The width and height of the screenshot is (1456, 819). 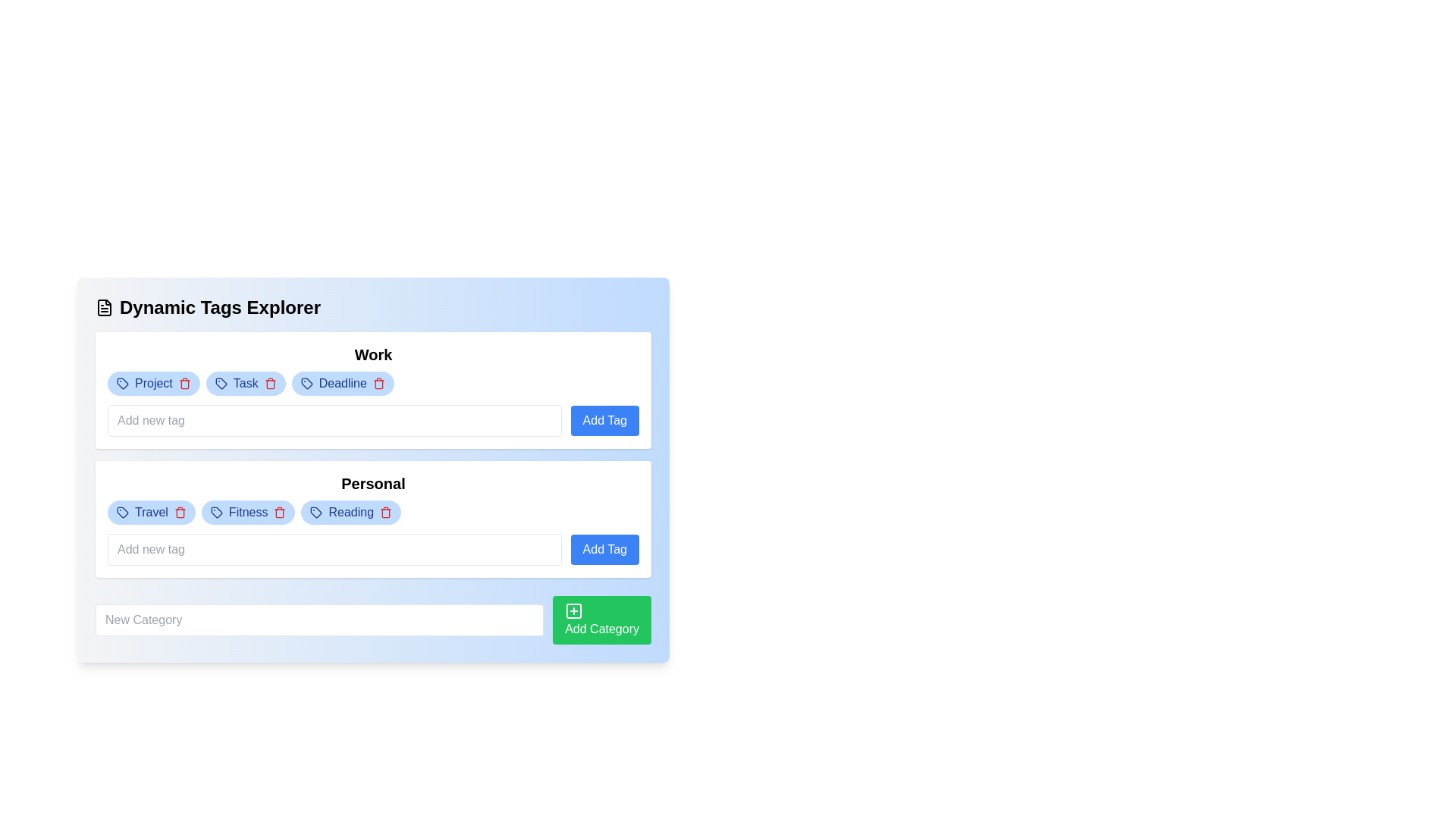 I want to click on the blue outlined tag icon with a circular dot, located to the far left of the 'Travel' label in the 'Personal' category, so click(x=123, y=512).